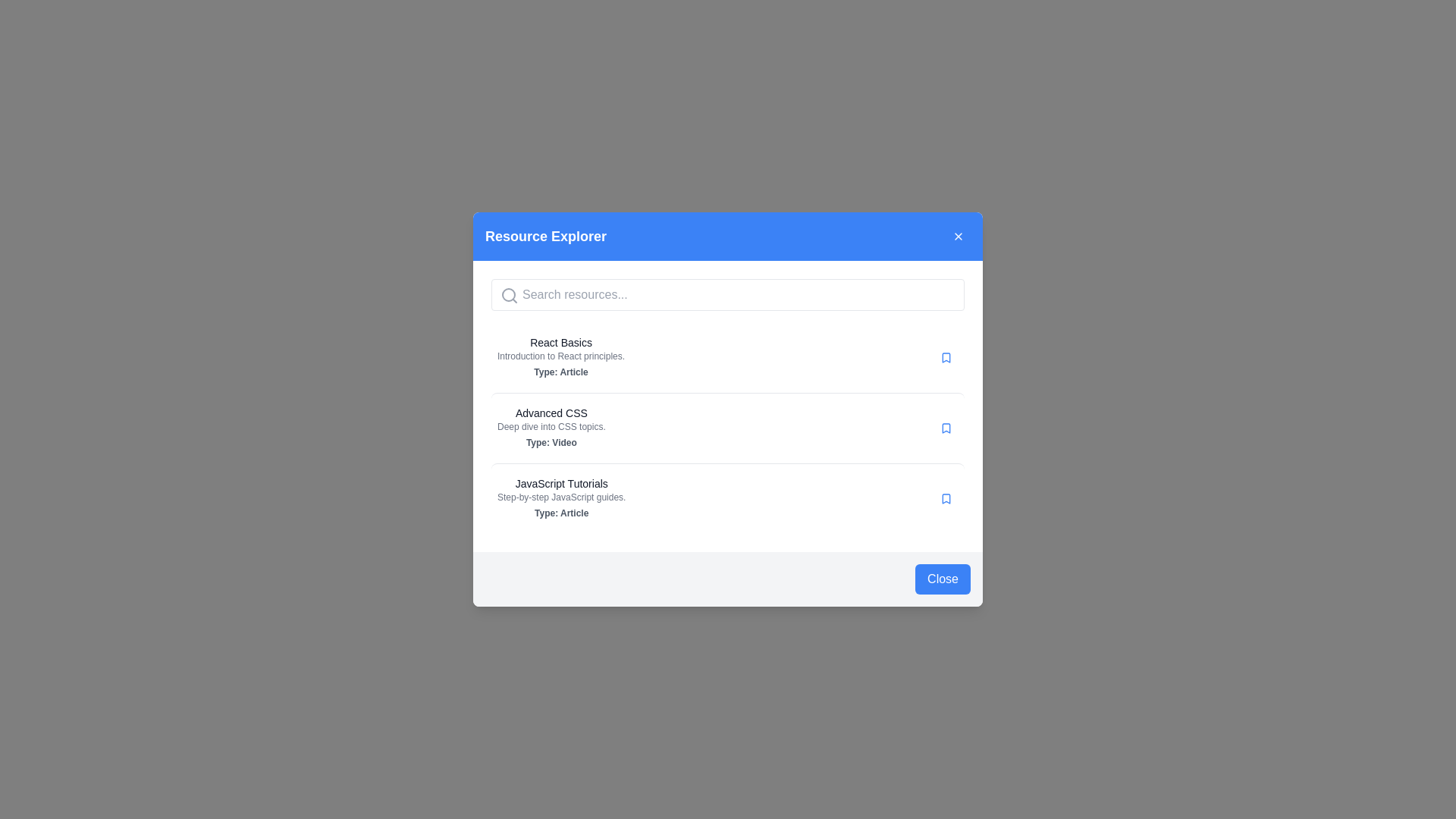 This screenshot has width=1456, height=819. What do you see at coordinates (560, 497) in the screenshot?
I see `description provided by the Text label located below the title 'JavaScript Tutorials' and above the label 'Type: Article'` at bounding box center [560, 497].